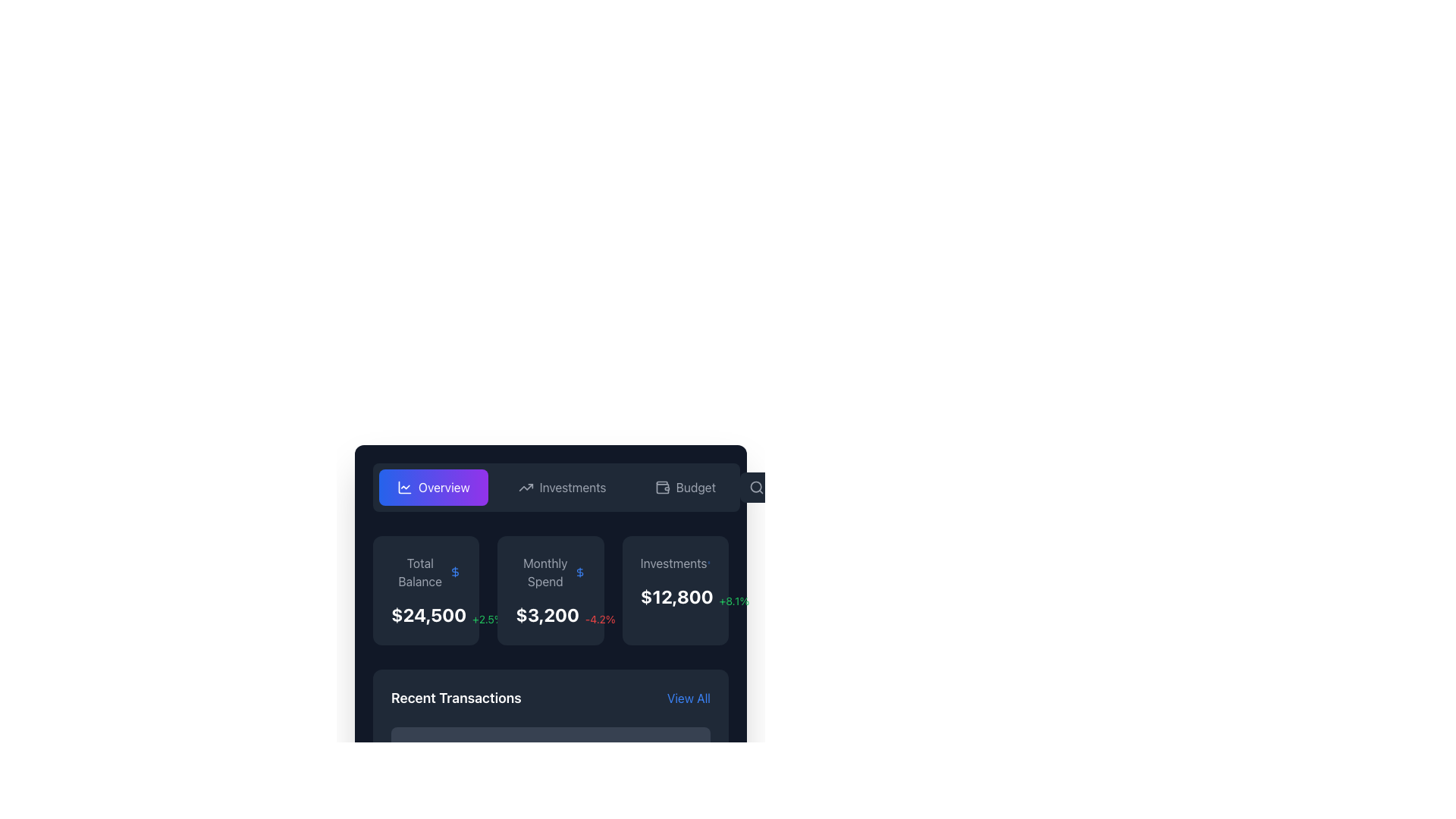 The height and width of the screenshot is (819, 1456). What do you see at coordinates (425, 614) in the screenshot?
I see `the Label displaying the total balance, which shows the value '$24,500' in large white font and the percentage change '+2.5%' in smaller green text` at bounding box center [425, 614].